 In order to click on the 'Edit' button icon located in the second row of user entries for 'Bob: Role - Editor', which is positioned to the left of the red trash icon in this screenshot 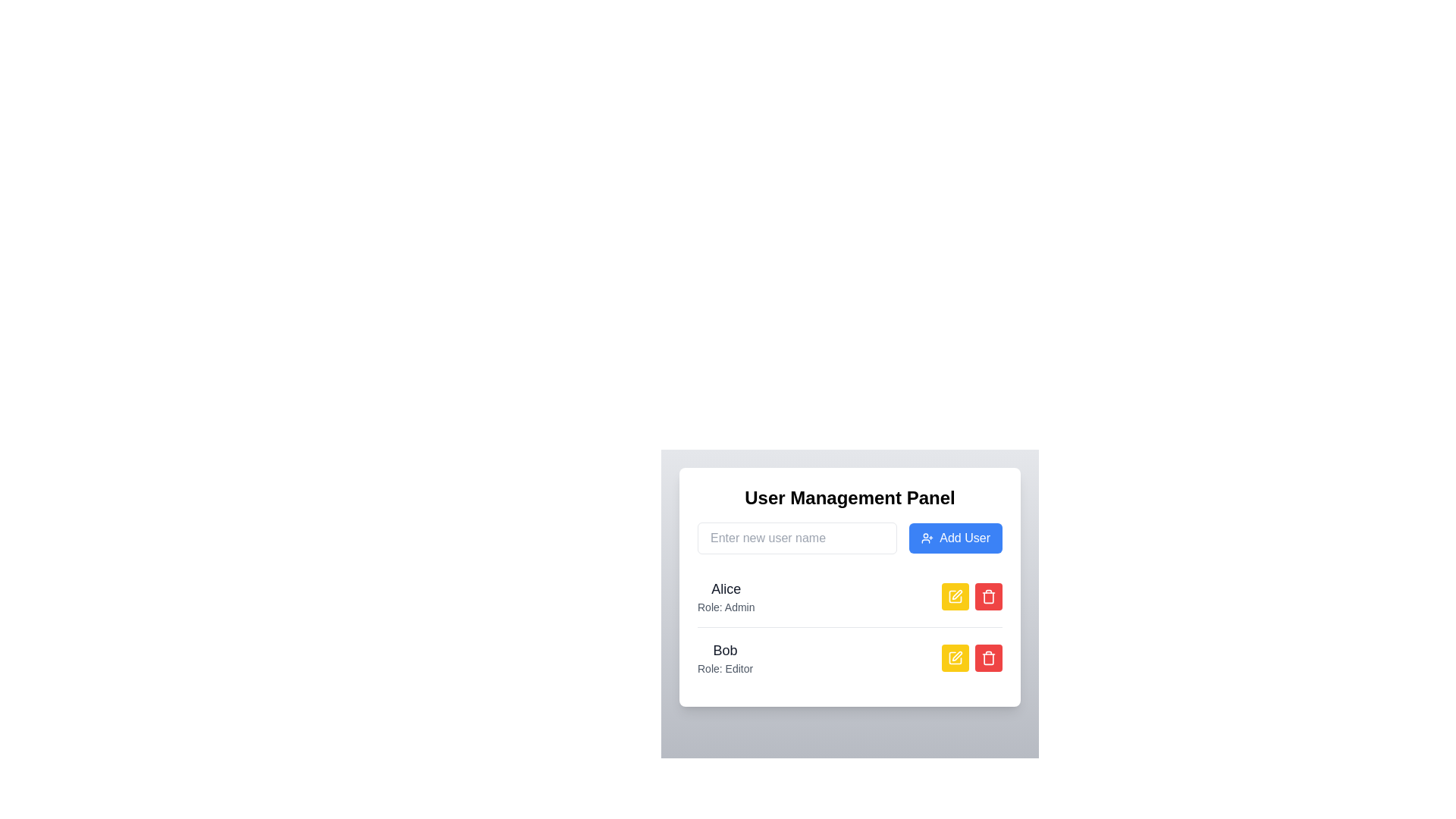, I will do `click(954, 657)`.